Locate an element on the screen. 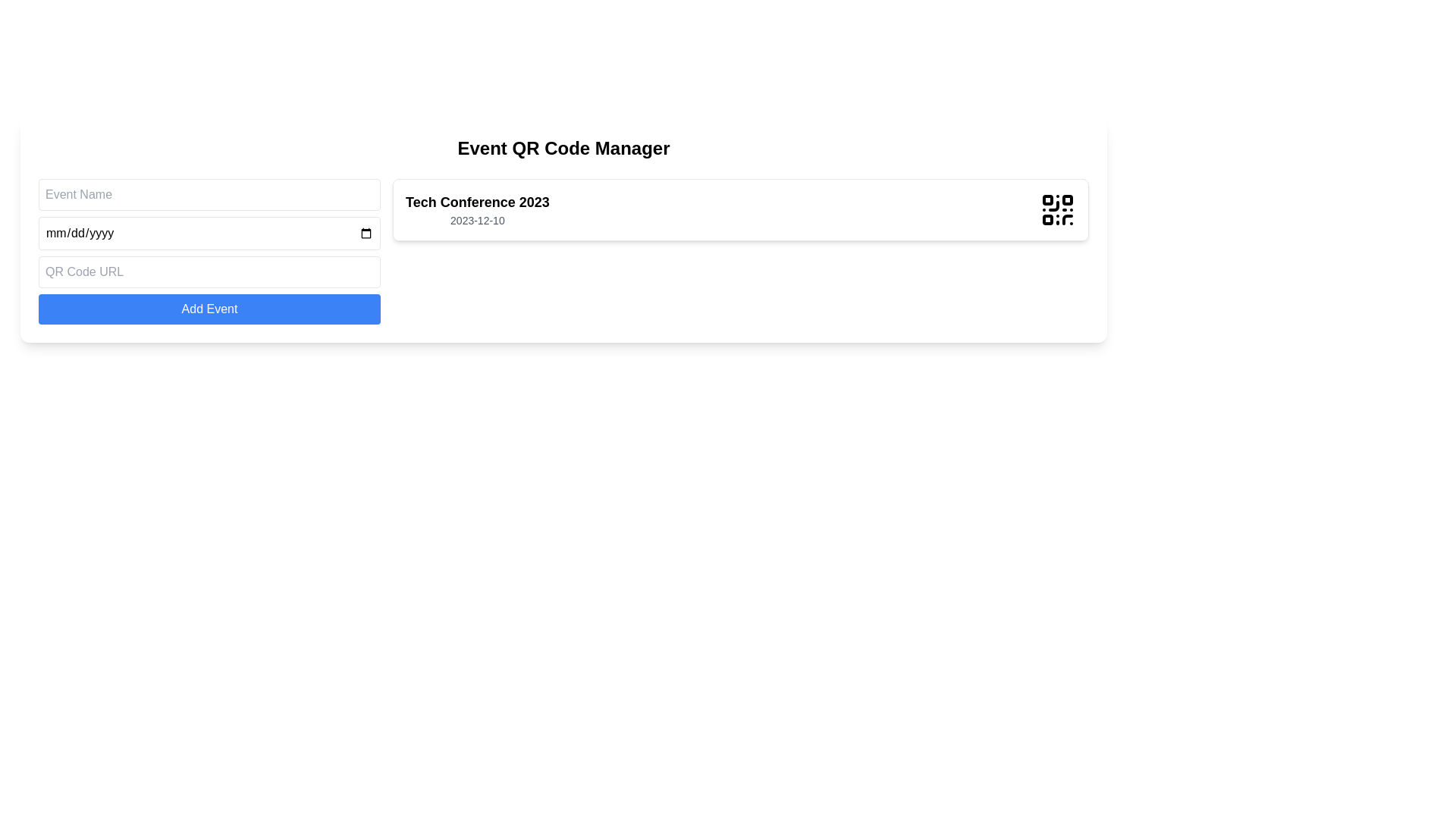 This screenshot has height=819, width=1456. the submit button located beneath the 'QR Code URL' input field is located at coordinates (209, 309).